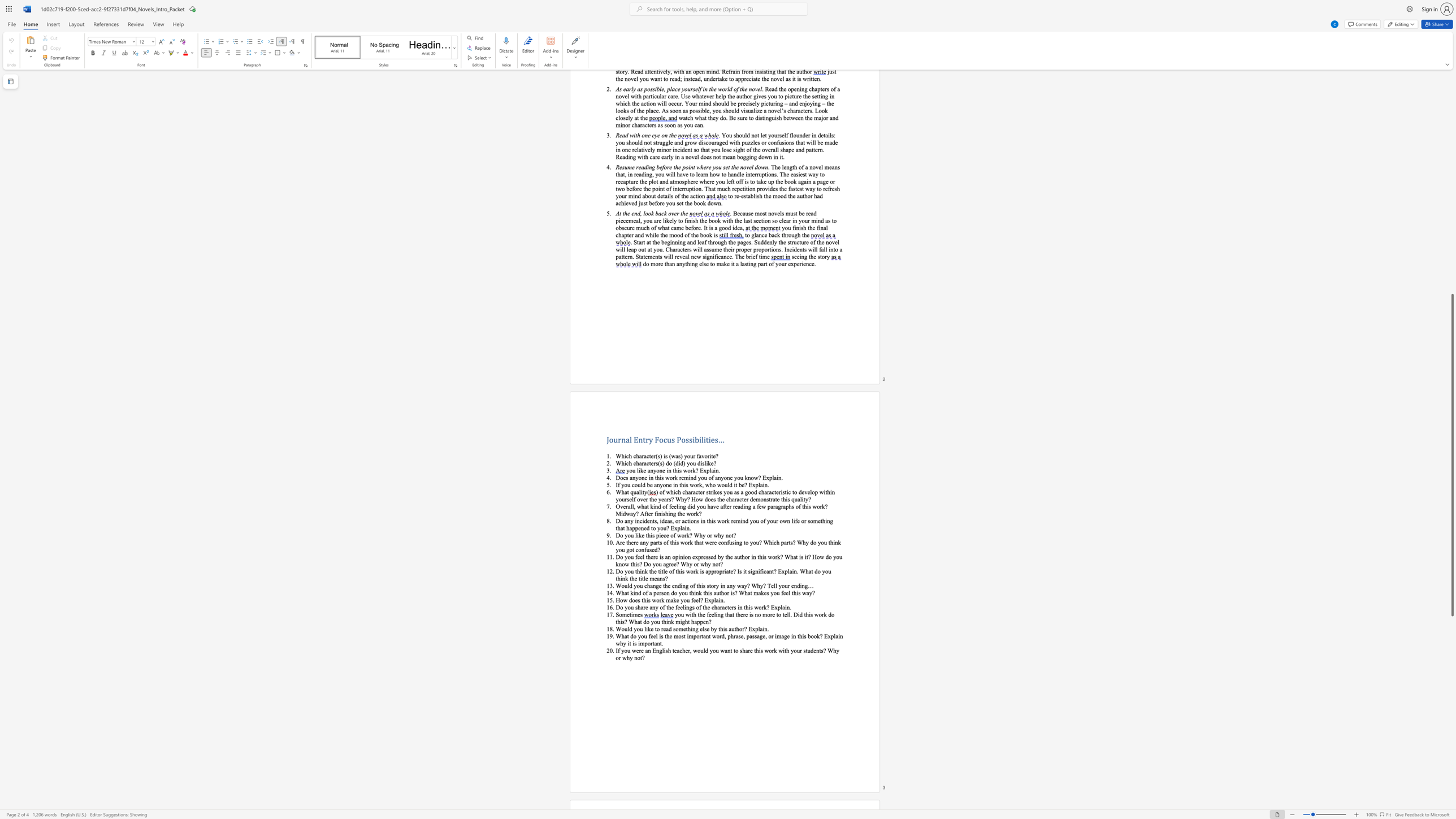  Describe the element at coordinates (624, 462) in the screenshot. I see `the subset text "ich characters(" within the text "Which characters(s) do (did) you dislike?"` at that location.